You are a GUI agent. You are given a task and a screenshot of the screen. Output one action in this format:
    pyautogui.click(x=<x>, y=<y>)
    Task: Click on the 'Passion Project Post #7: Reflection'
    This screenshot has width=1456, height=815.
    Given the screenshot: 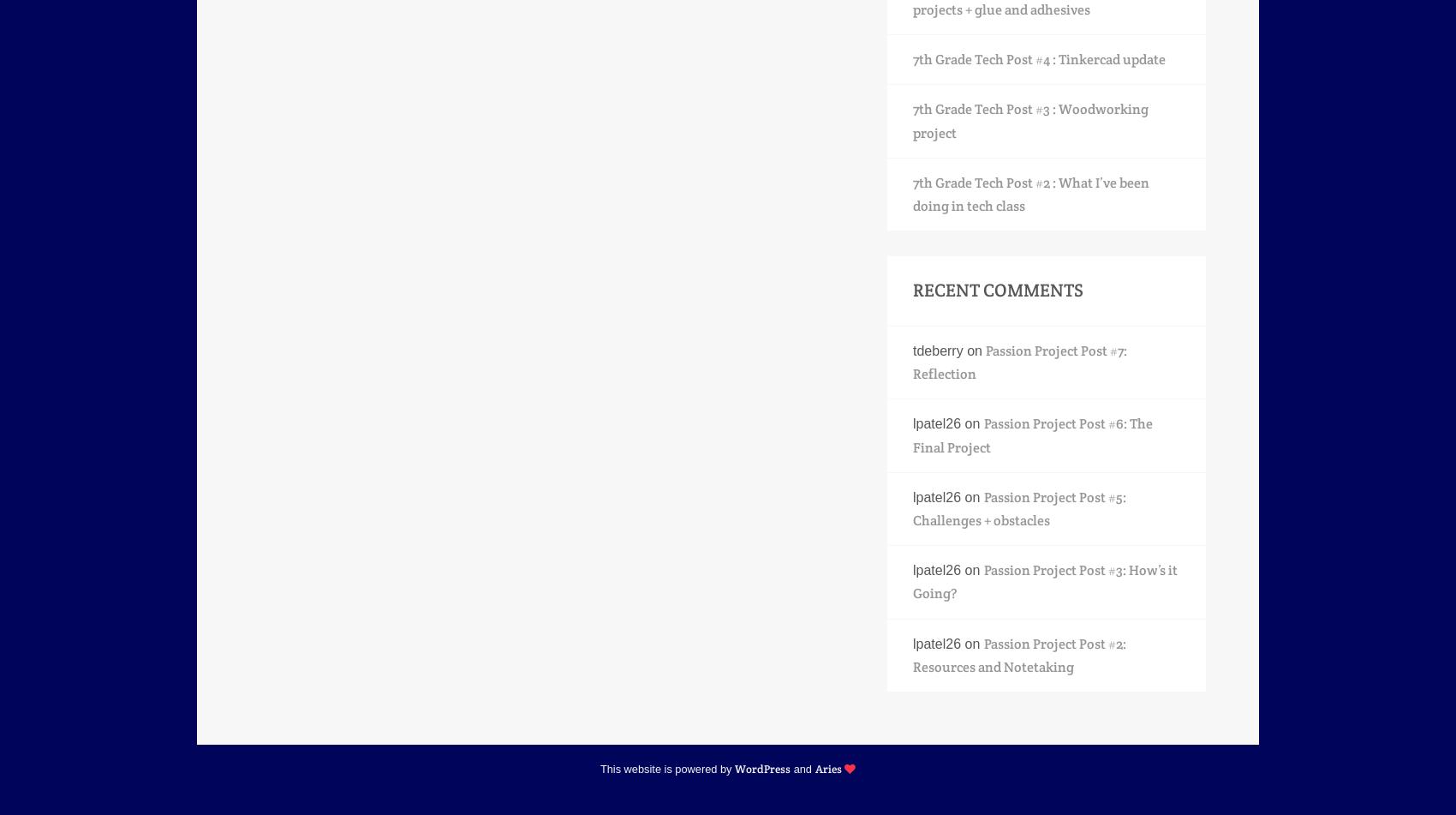 What is the action you would take?
    pyautogui.click(x=1019, y=363)
    